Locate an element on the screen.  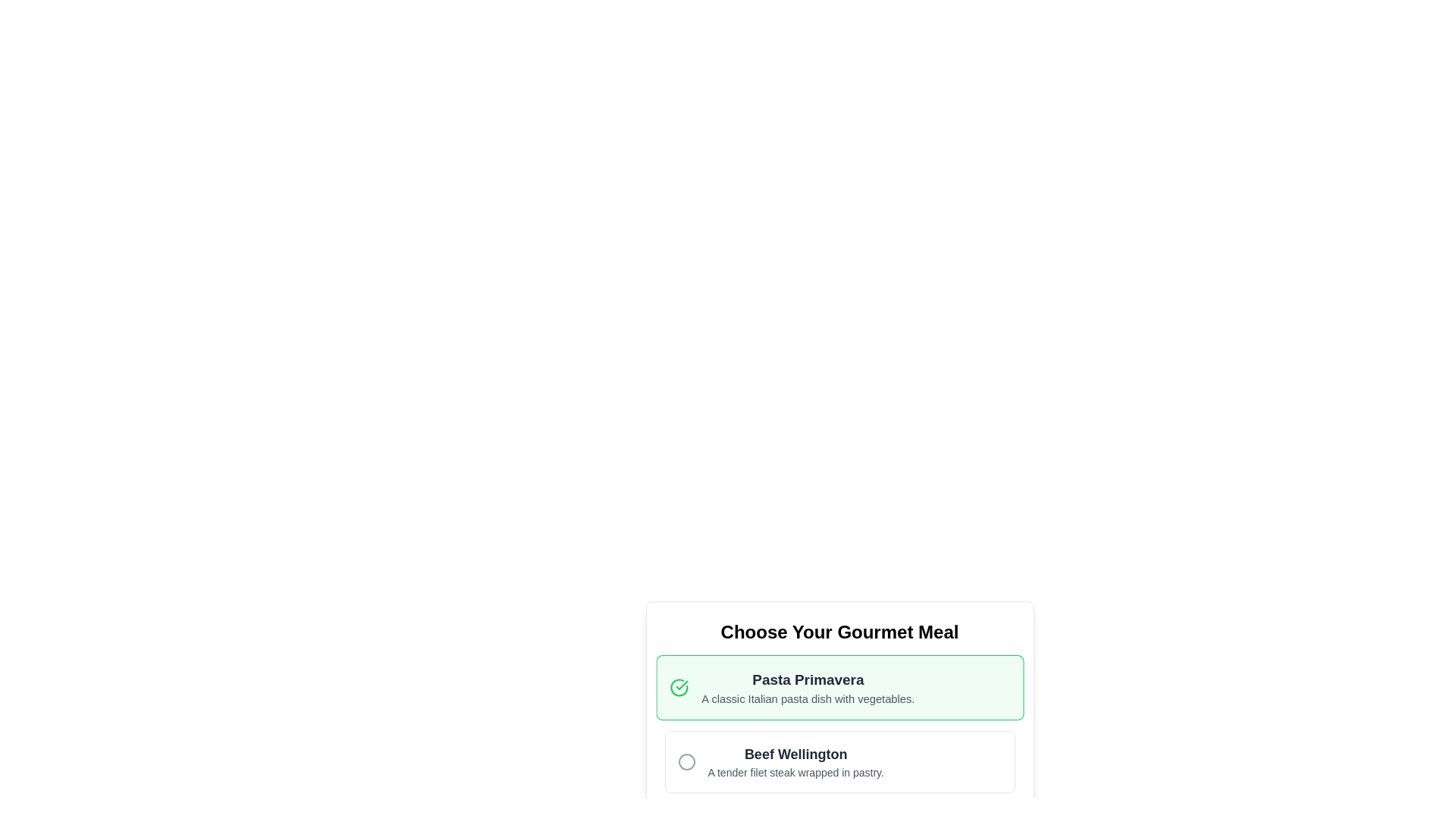
description of the selectable list item titled 'Pasta Primavera', which is the first item in the list of meal options is located at coordinates (839, 687).